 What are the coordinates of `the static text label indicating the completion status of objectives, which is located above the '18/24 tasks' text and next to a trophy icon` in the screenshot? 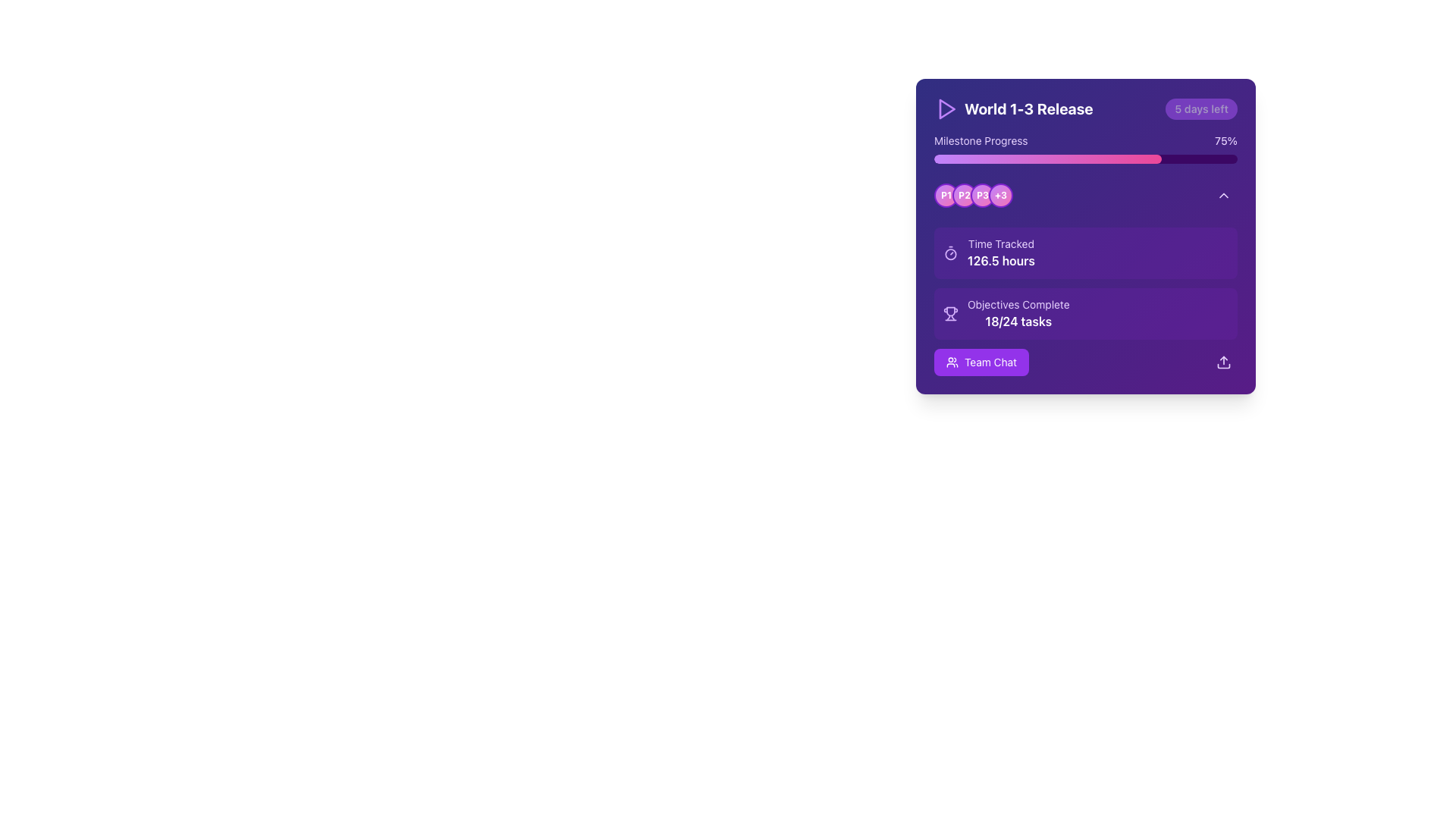 It's located at (1018, 304).